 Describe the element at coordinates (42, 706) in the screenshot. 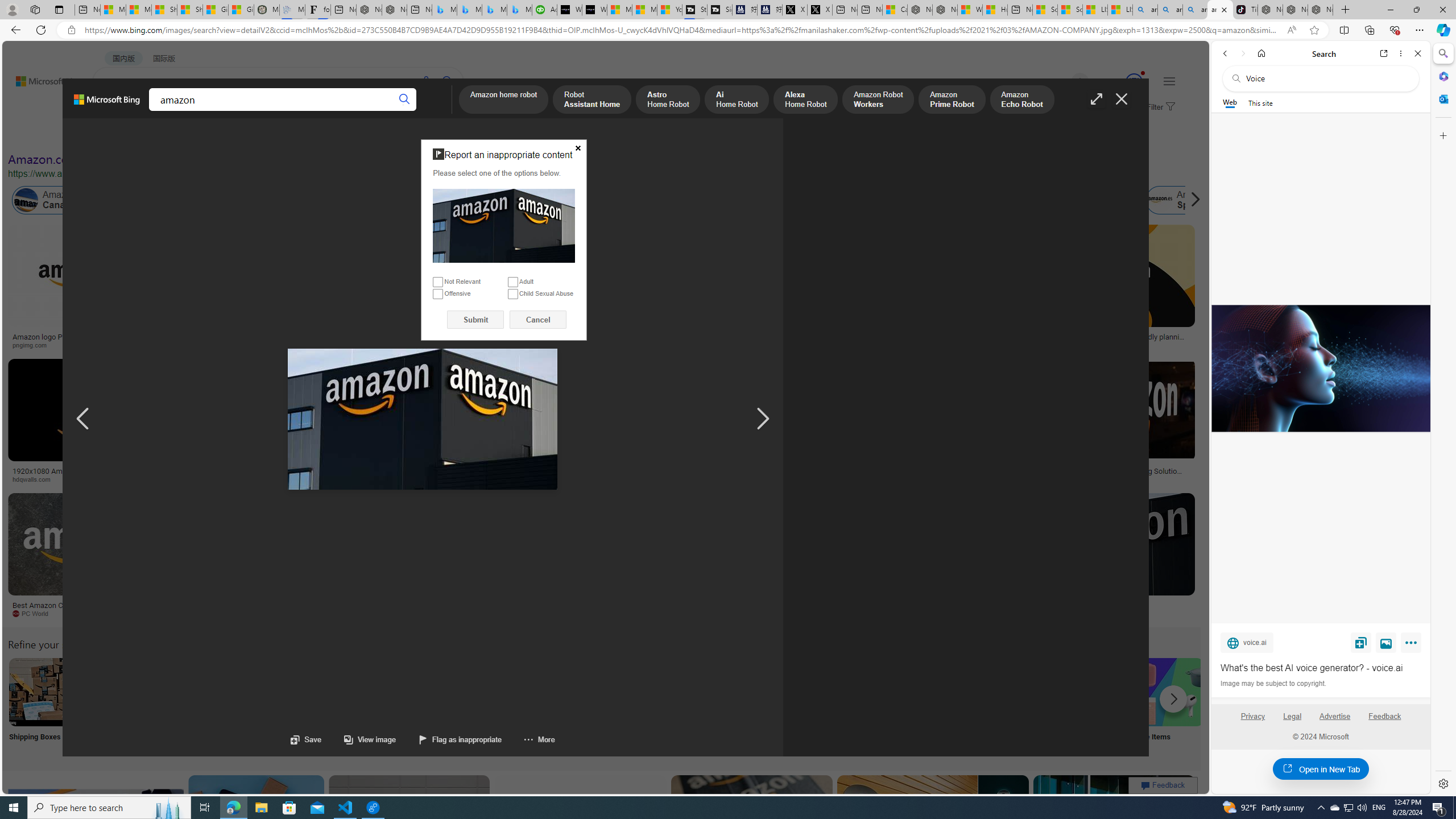

I see `'Amazon Shipping Boxes Shipping Boxes'` at that location.